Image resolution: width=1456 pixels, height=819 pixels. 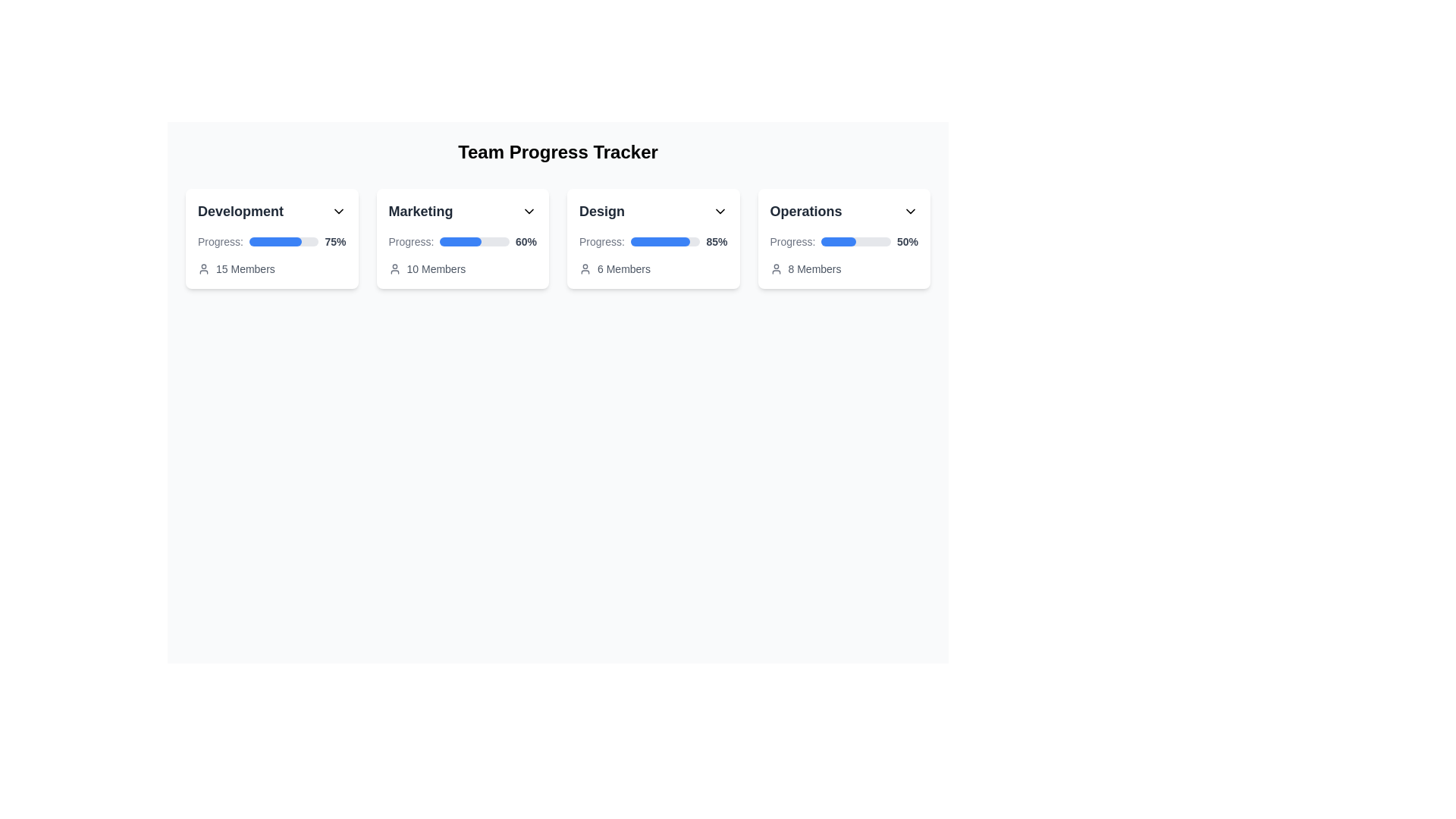 What do you see at coordinates (557, 152) in the screenshot?
I see `text content of the bold label that reads 'Team Progress Tracker', which is styled in black and center-aligned at the top of the page` at bounding box center [557, 152].